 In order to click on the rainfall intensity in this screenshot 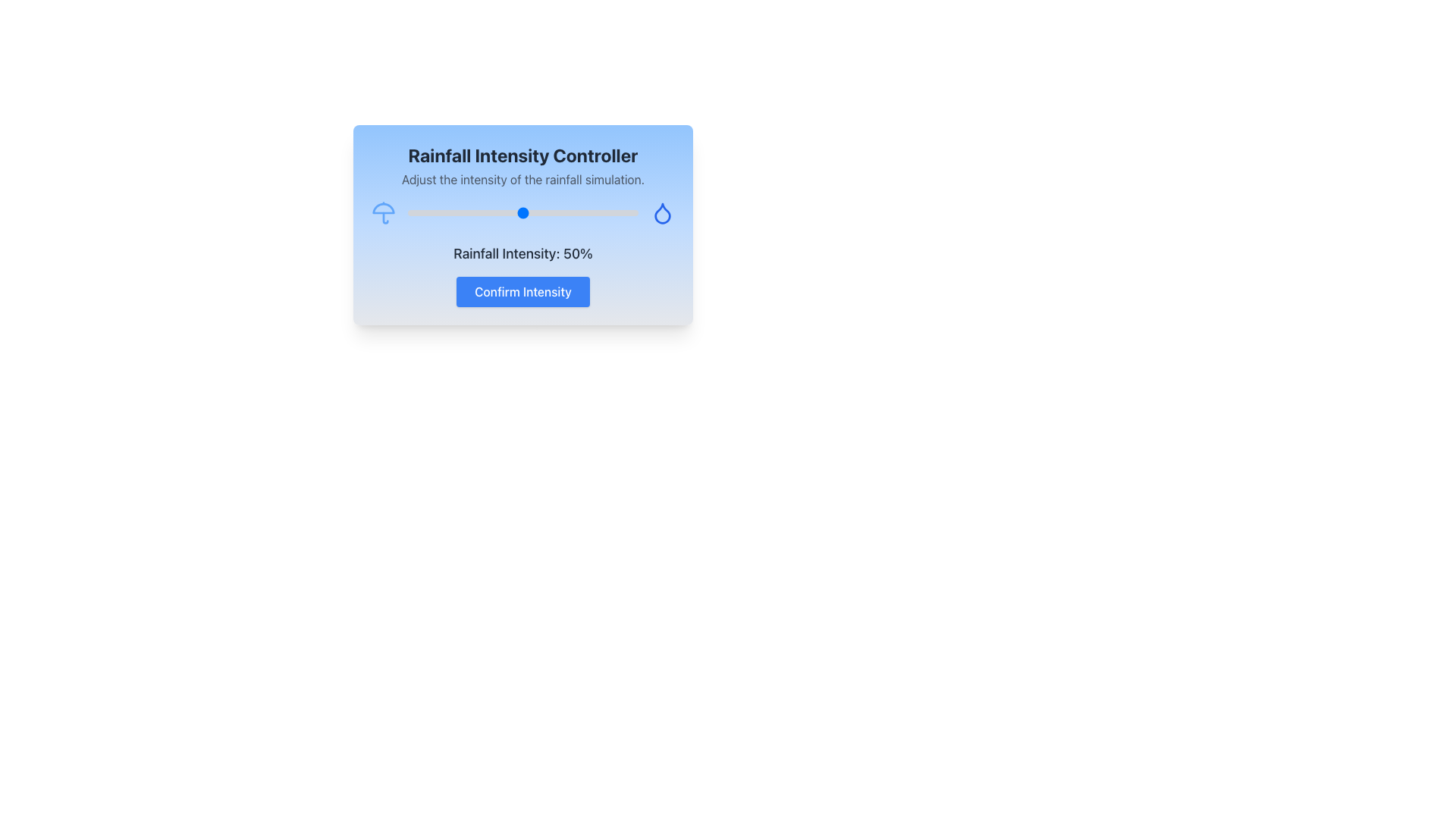, I will do `click(594, 213)`.